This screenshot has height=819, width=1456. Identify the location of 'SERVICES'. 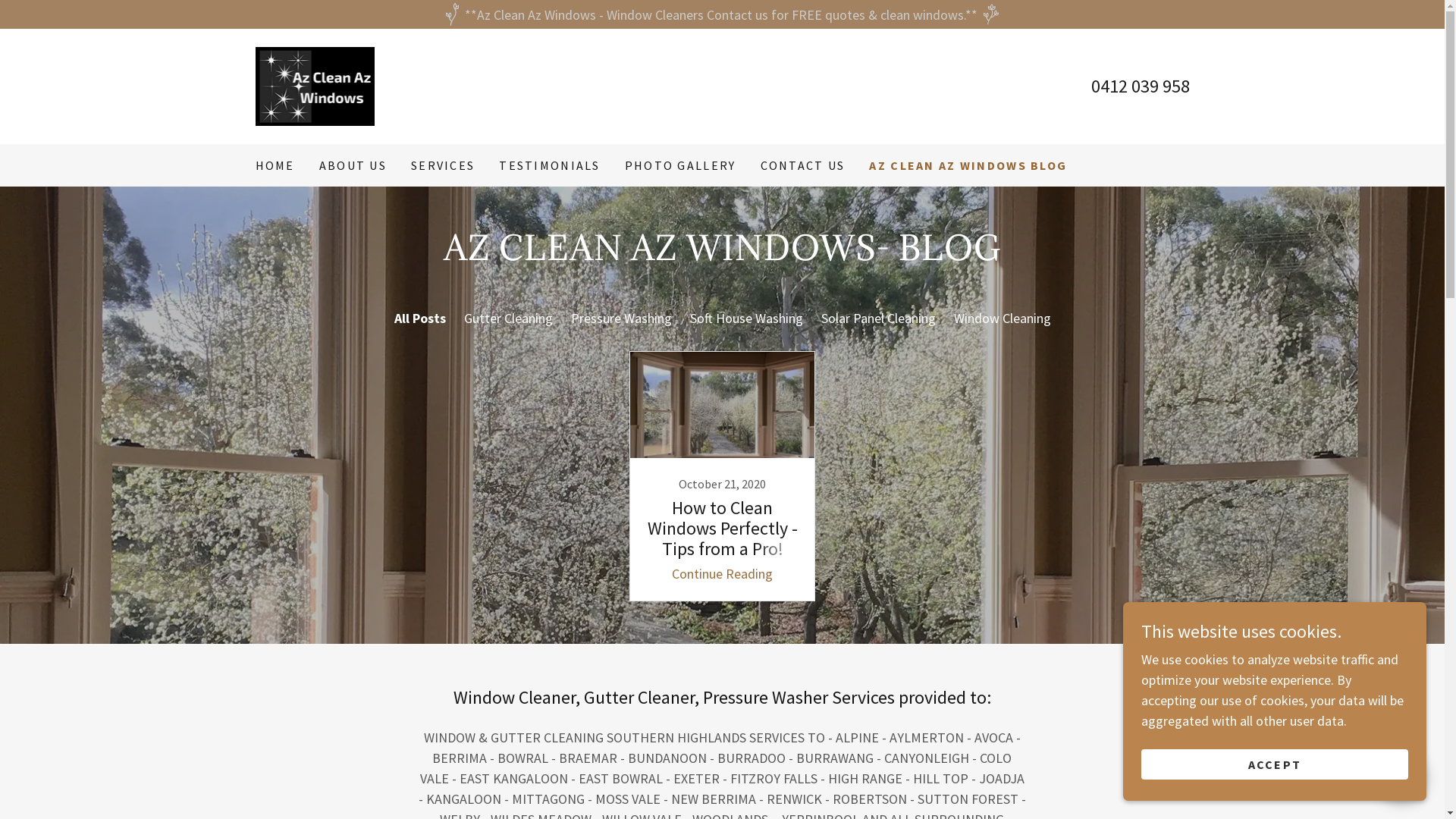
(442, 165).